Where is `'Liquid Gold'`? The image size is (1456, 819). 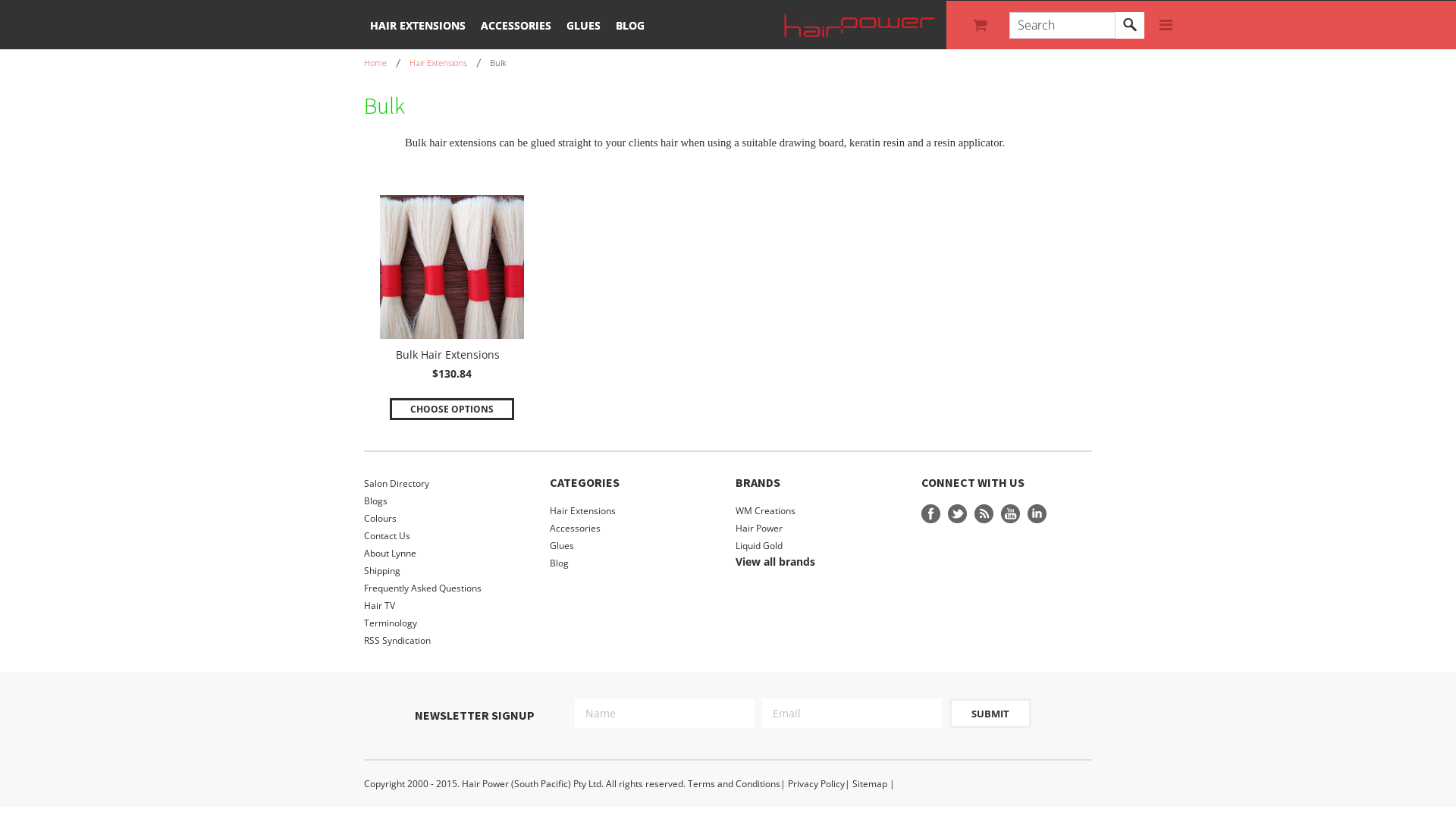
'Liquid Gold' is located at coordinates (759, 544).